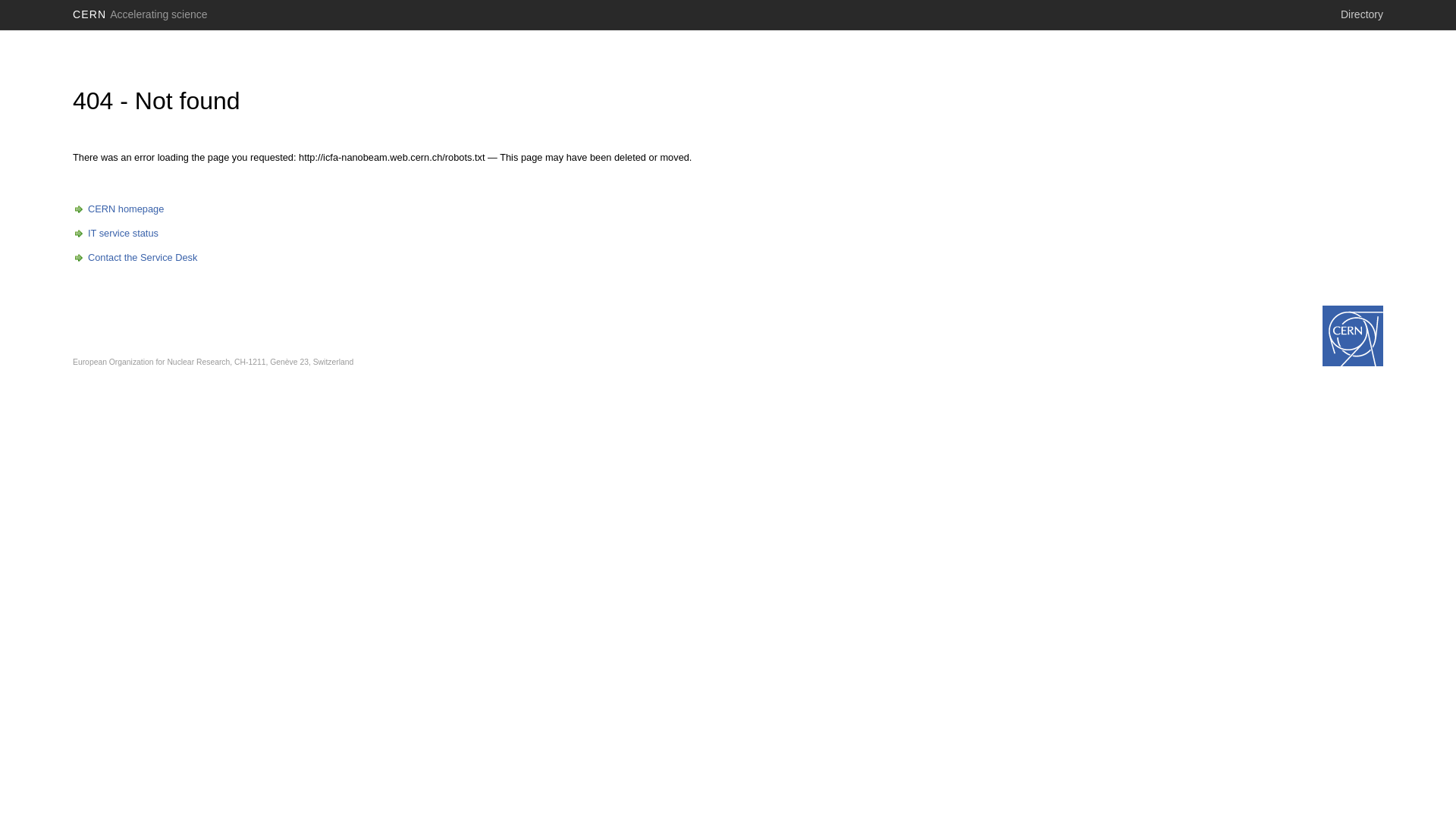 The width and height of the screenshot is (1456, 819). I want to click on 'CERN homepage', so click(72, 209).